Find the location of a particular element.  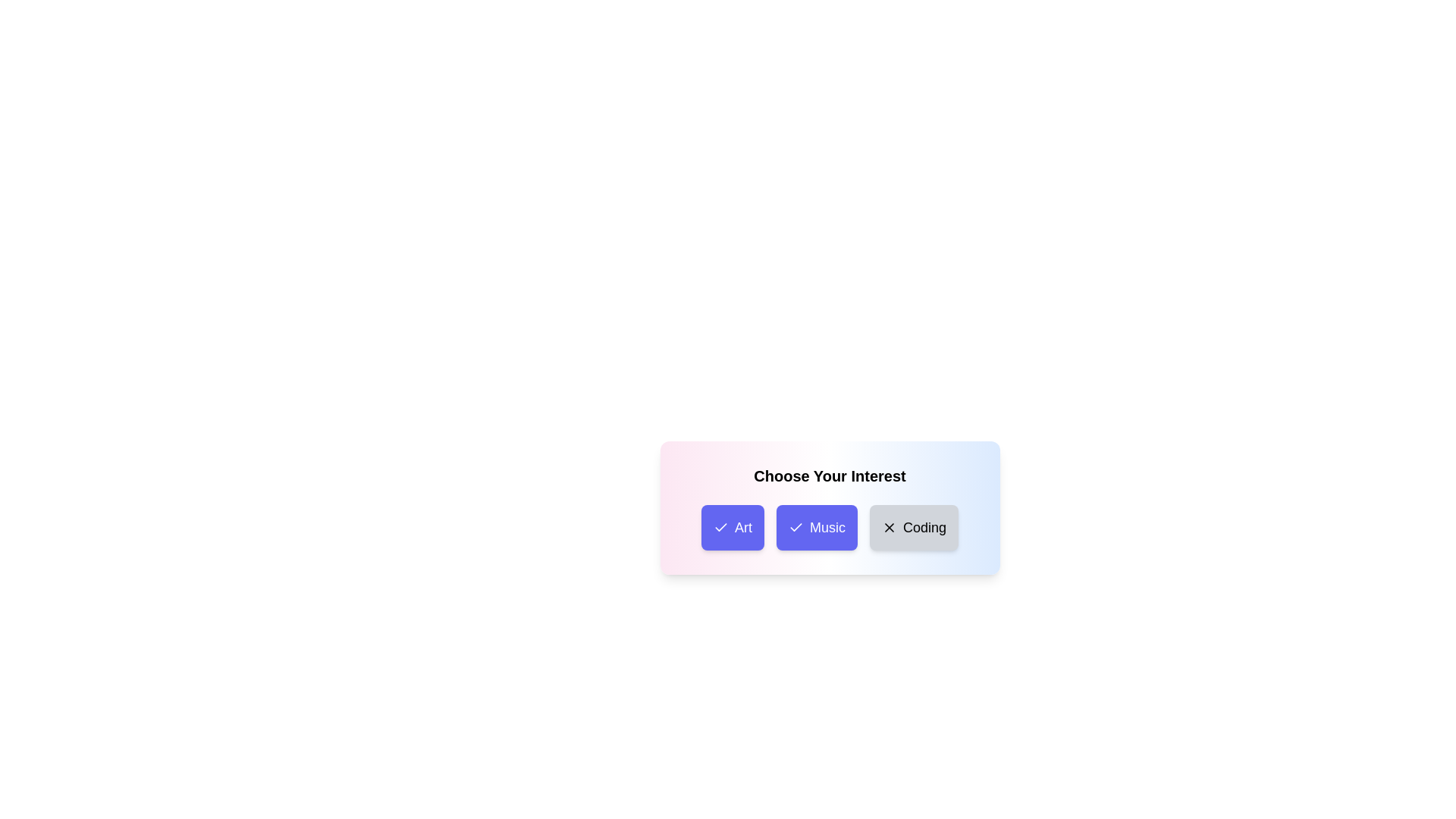

the category button labeled Art to observe the hover effect is located at coordinates (732, 526).